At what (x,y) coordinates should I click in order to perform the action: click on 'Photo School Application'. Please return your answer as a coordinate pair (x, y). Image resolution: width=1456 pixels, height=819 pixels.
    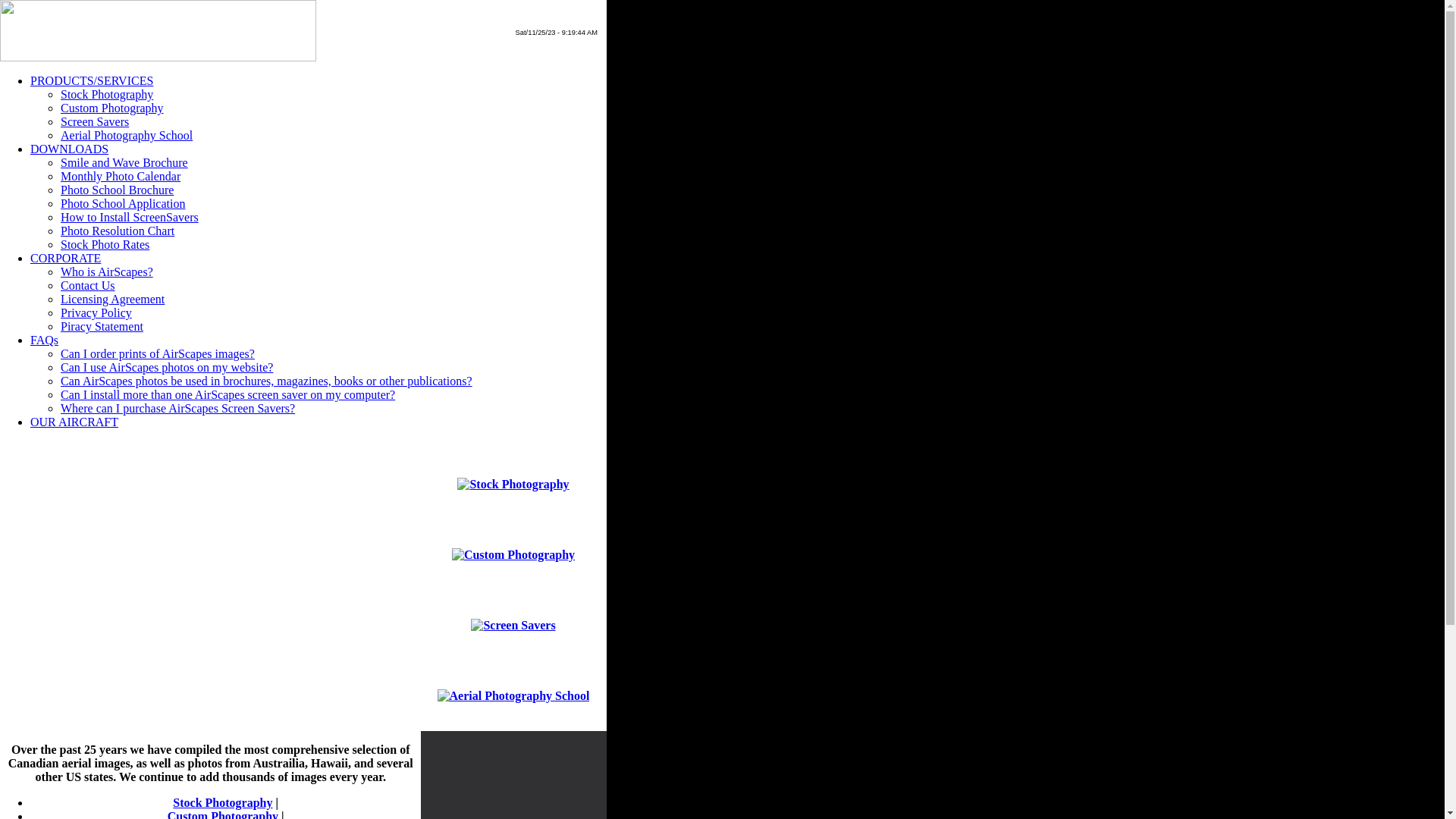
    Looking at the image, I should click on (61, 202).